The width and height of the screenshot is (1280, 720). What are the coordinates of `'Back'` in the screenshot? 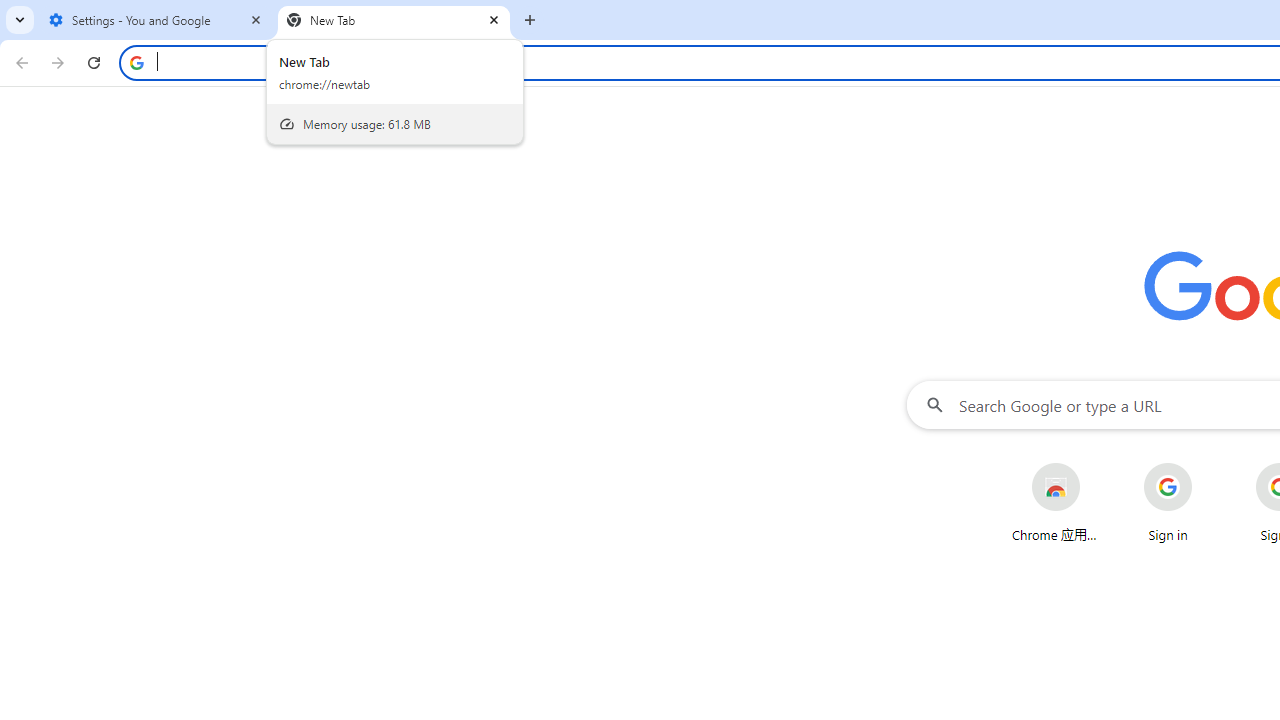 It's located at (19, 61).